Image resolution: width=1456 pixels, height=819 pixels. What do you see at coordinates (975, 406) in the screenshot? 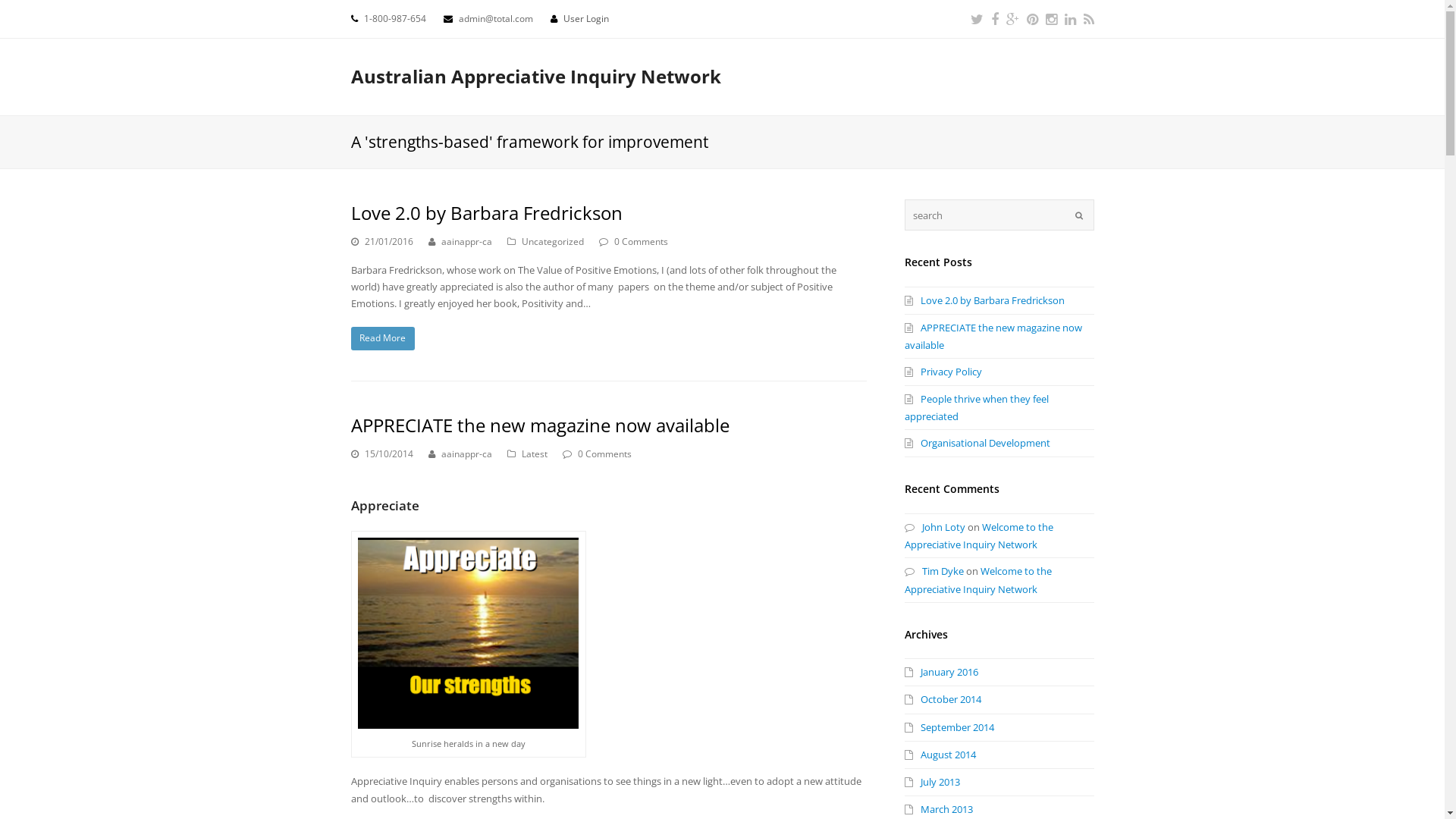
I see `'People thrive when they feel appreciated'` at bounding box center [975, 406].